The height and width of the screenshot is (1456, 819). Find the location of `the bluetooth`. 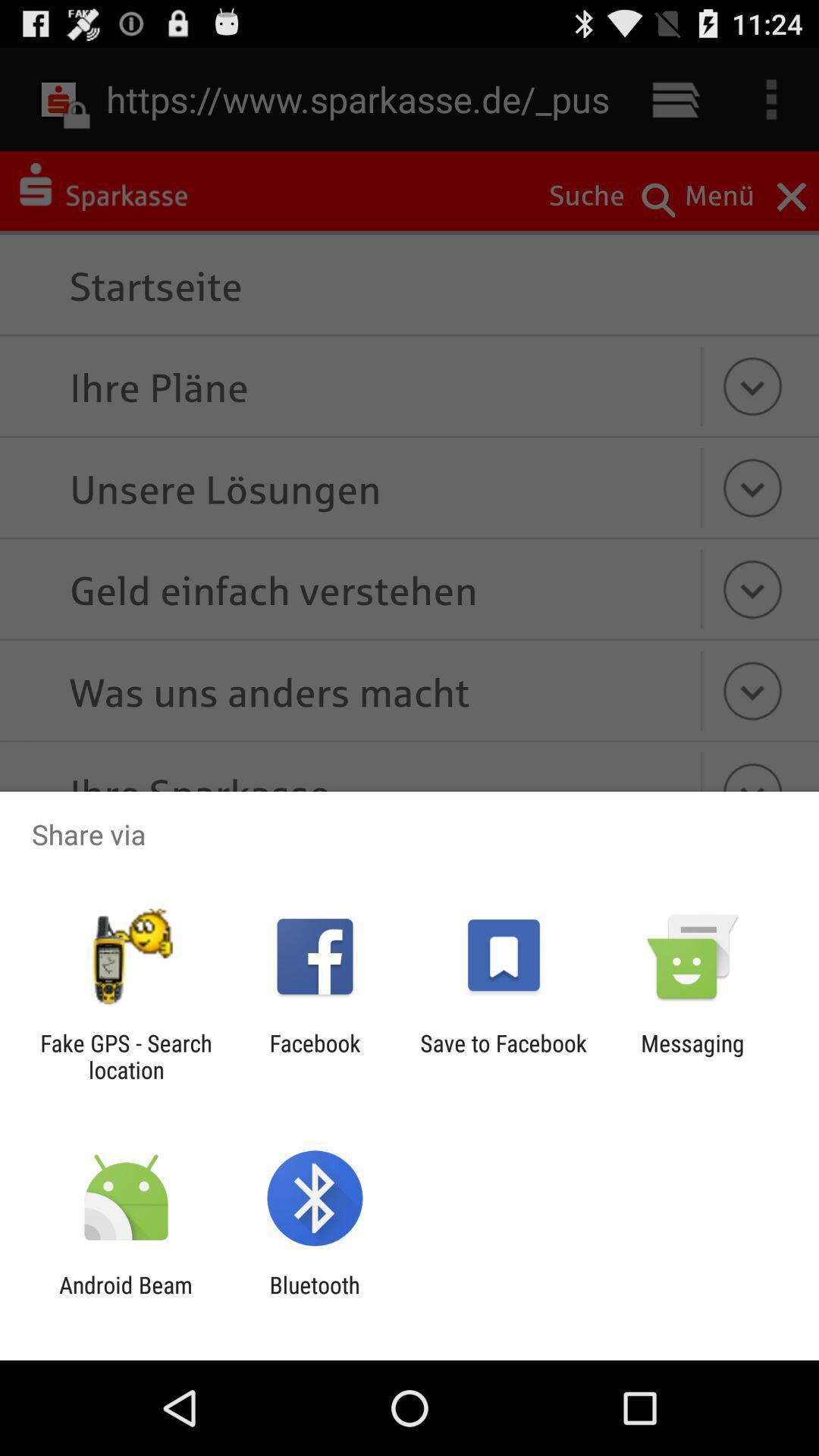

the bluetooth is located at coordinates (314, 1298).